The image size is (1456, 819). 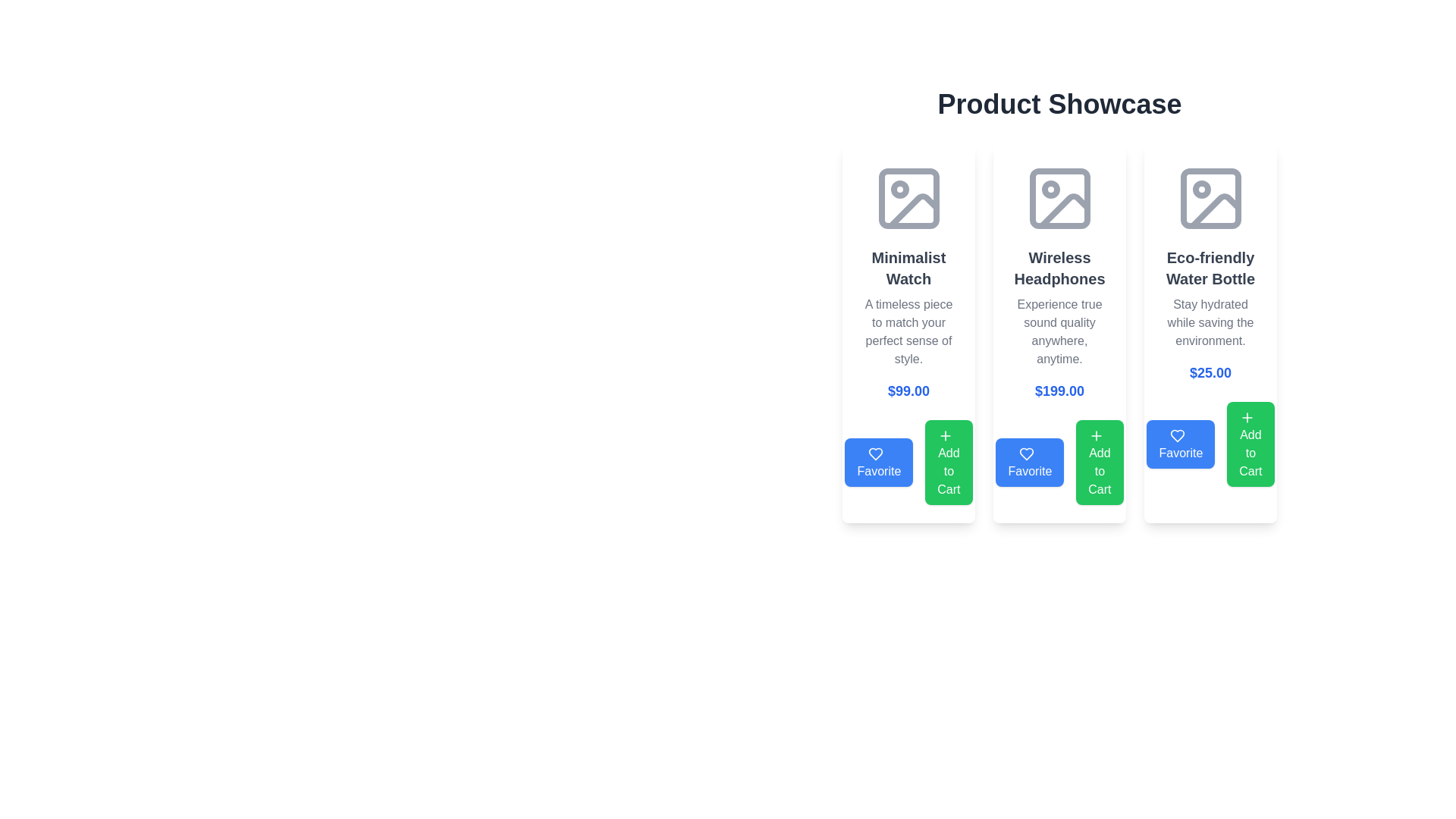 I want to click on the 'Favorite' button located to the left of the 'Add to Cart' button in the middle product card, so click(x=1030, y=461).